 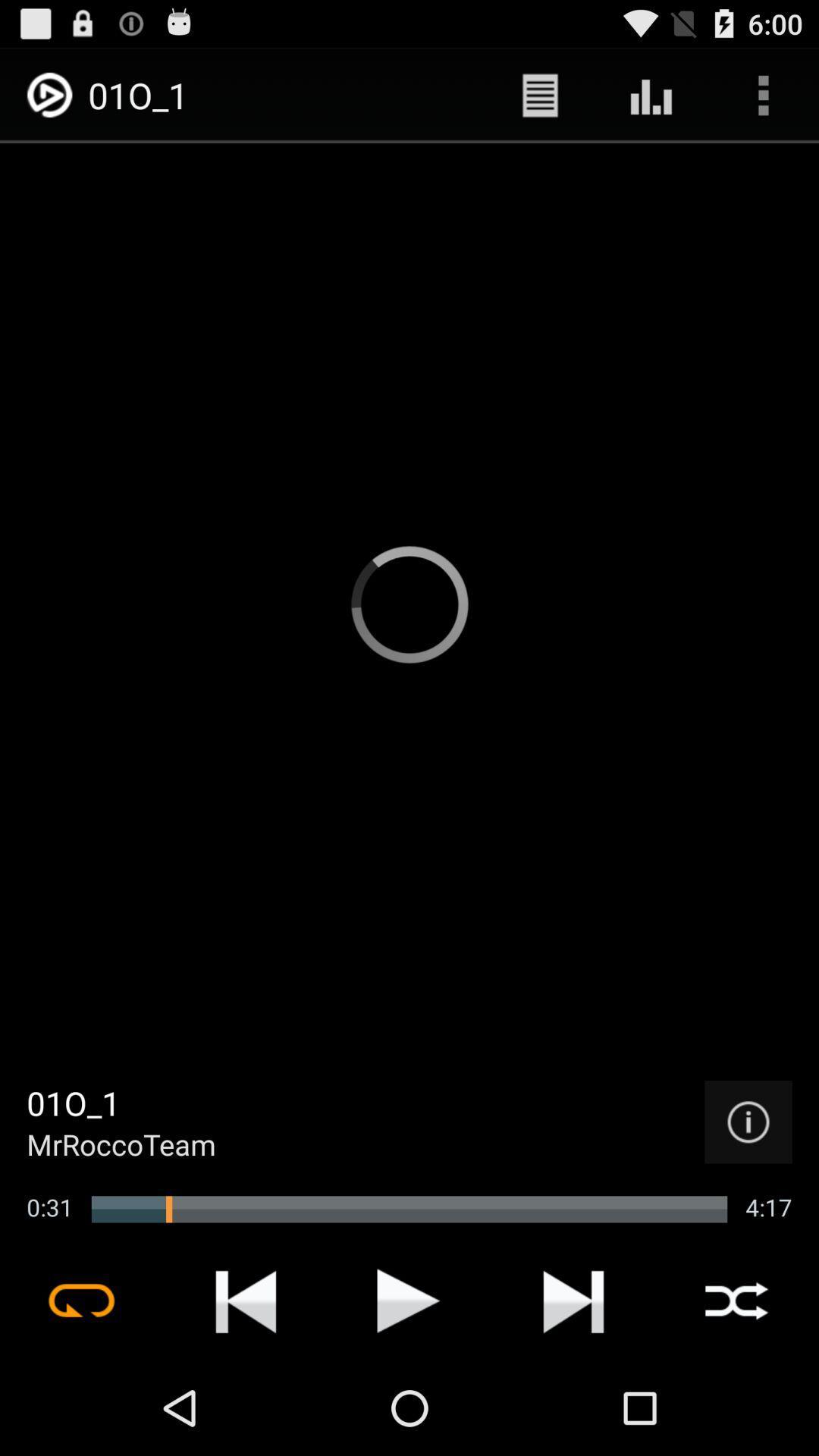 I want to click on the skip_next icon, so click(x=573, y=1392).